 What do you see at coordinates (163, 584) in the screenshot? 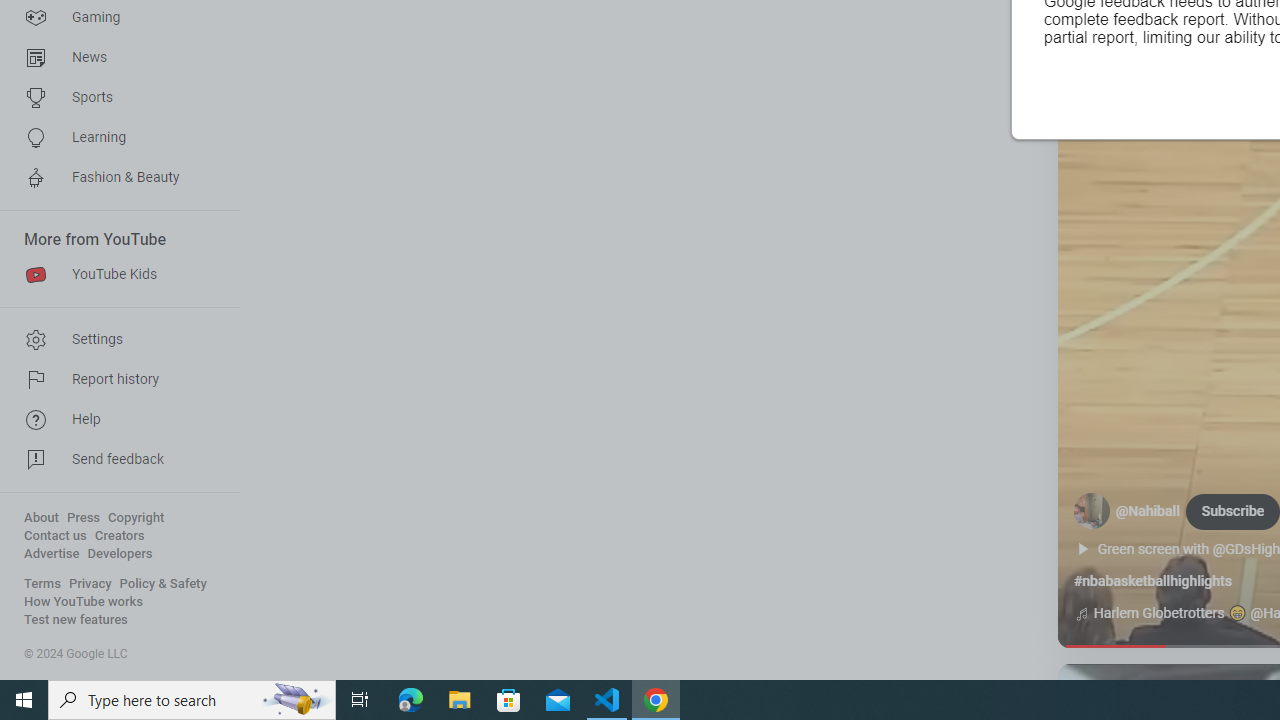
I see `'Policy & Safety'` at bounding box center [163, 584].